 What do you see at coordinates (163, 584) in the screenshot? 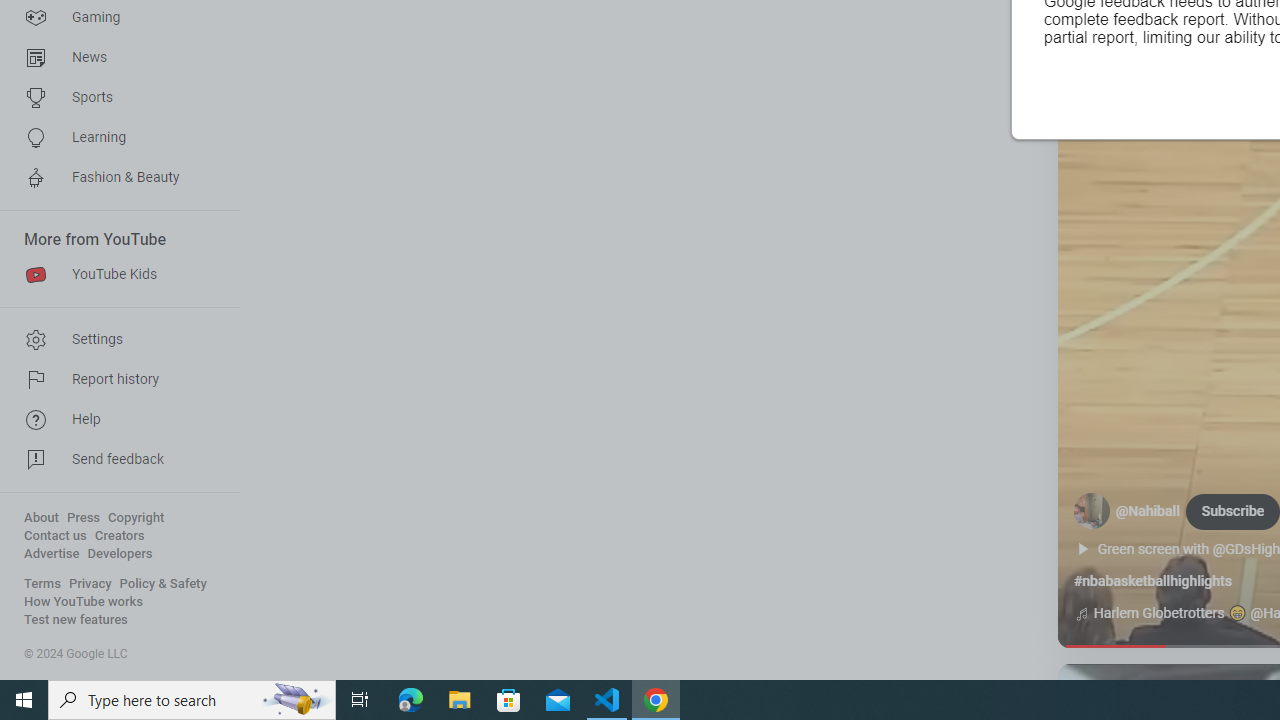
I see `'Policy & Safety'` at bounding box center [163, 584].